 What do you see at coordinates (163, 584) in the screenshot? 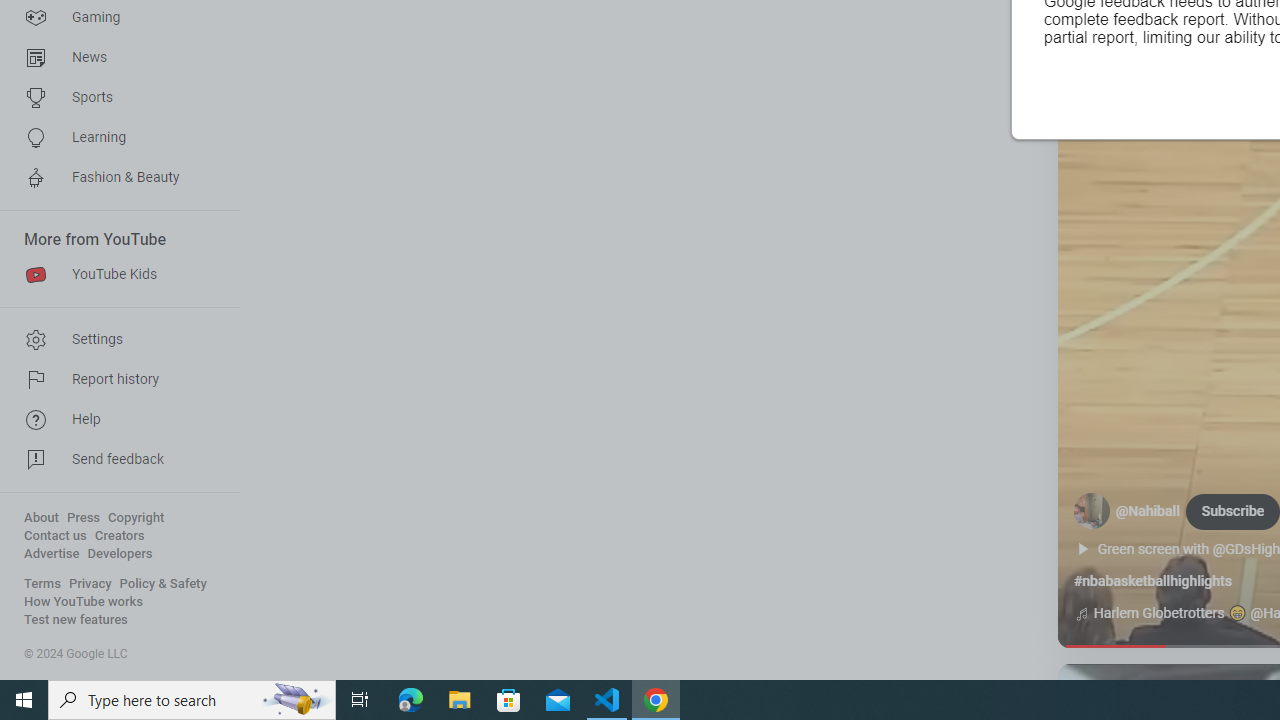
I see `'Policy & Safety'` at bounding box center [163, 584].